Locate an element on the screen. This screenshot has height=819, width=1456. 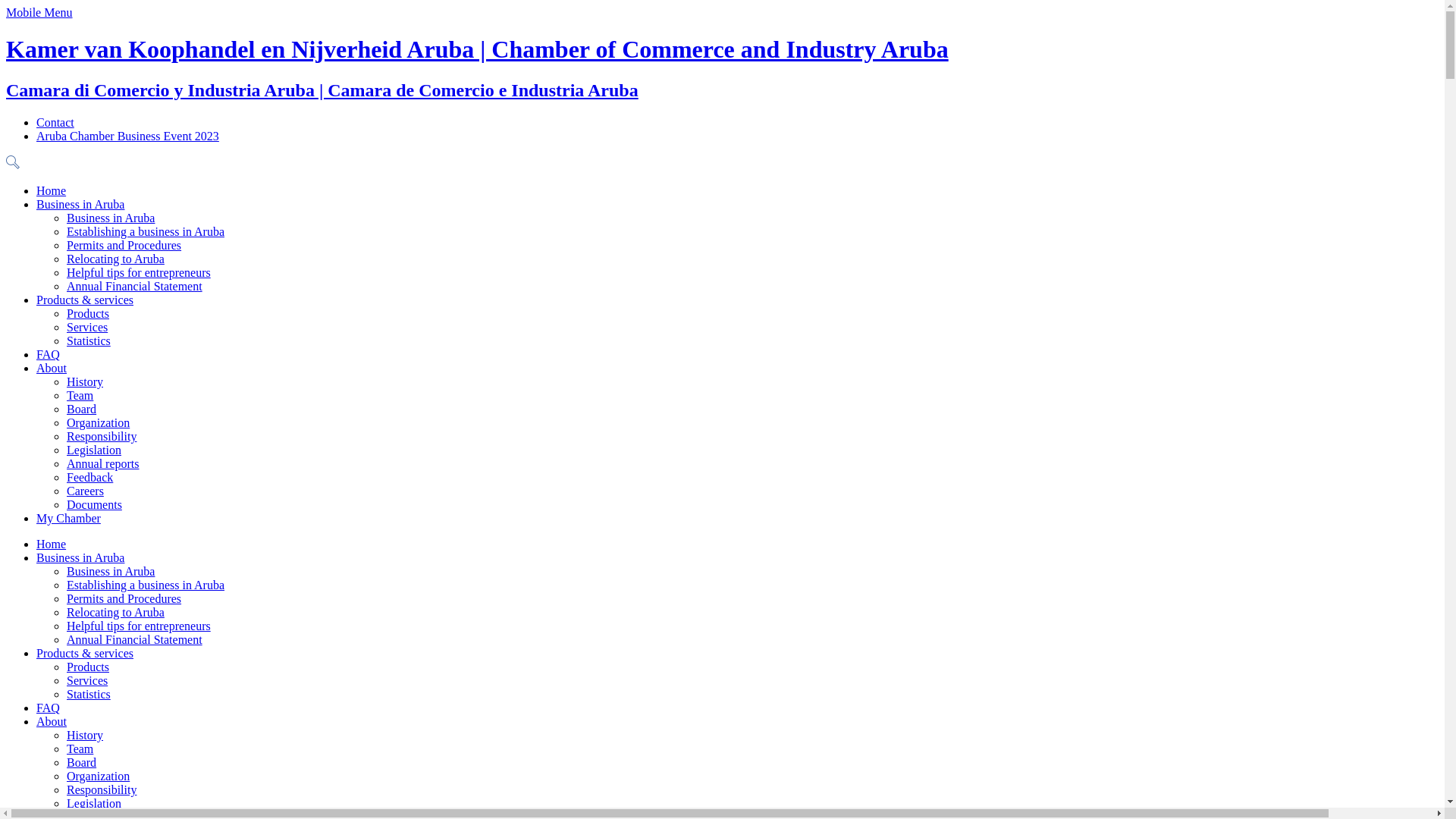
'Products' is located at coordinates (86, 666).